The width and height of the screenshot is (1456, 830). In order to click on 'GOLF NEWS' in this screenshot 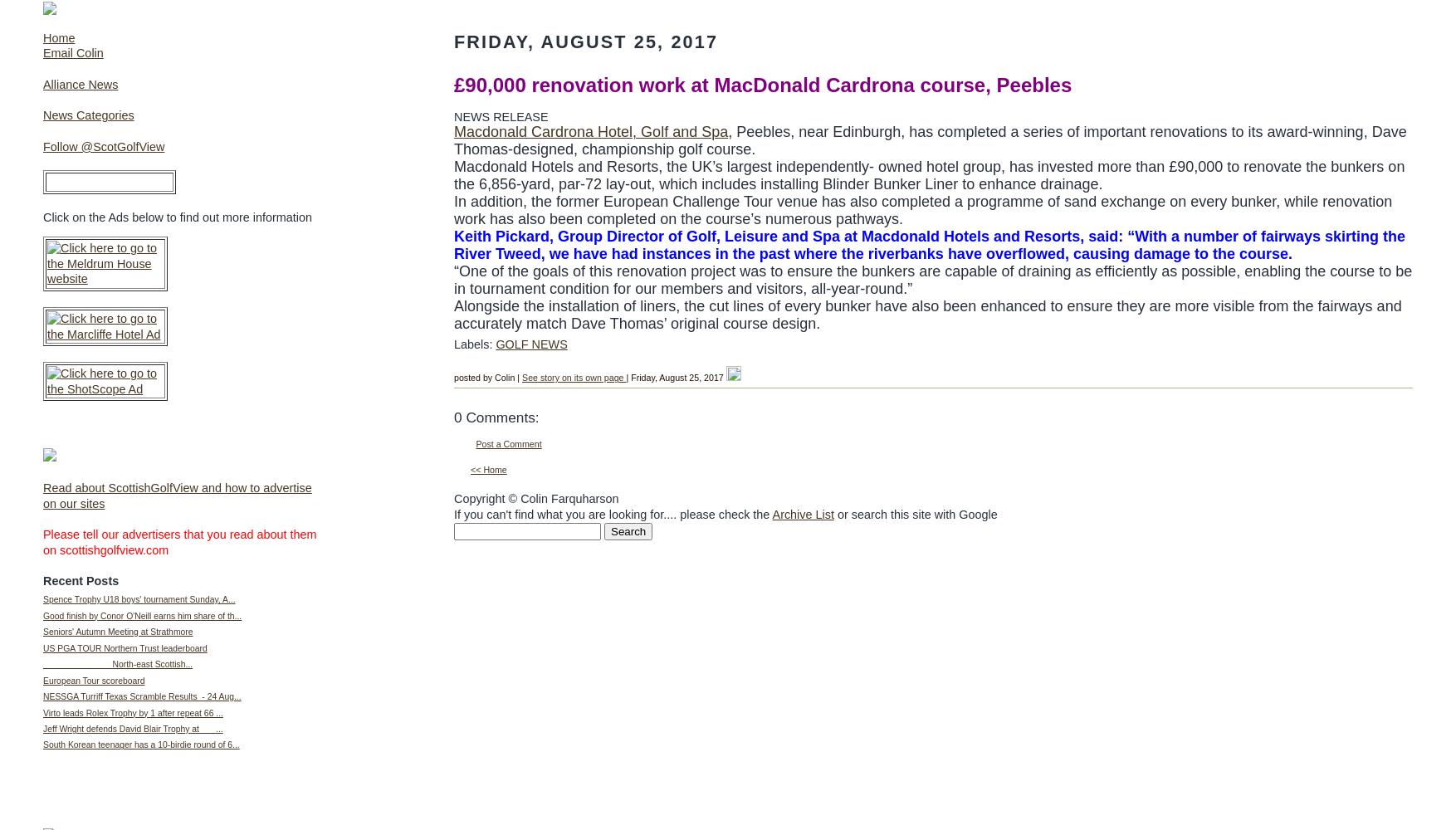, I will do `click(530, 344)`.